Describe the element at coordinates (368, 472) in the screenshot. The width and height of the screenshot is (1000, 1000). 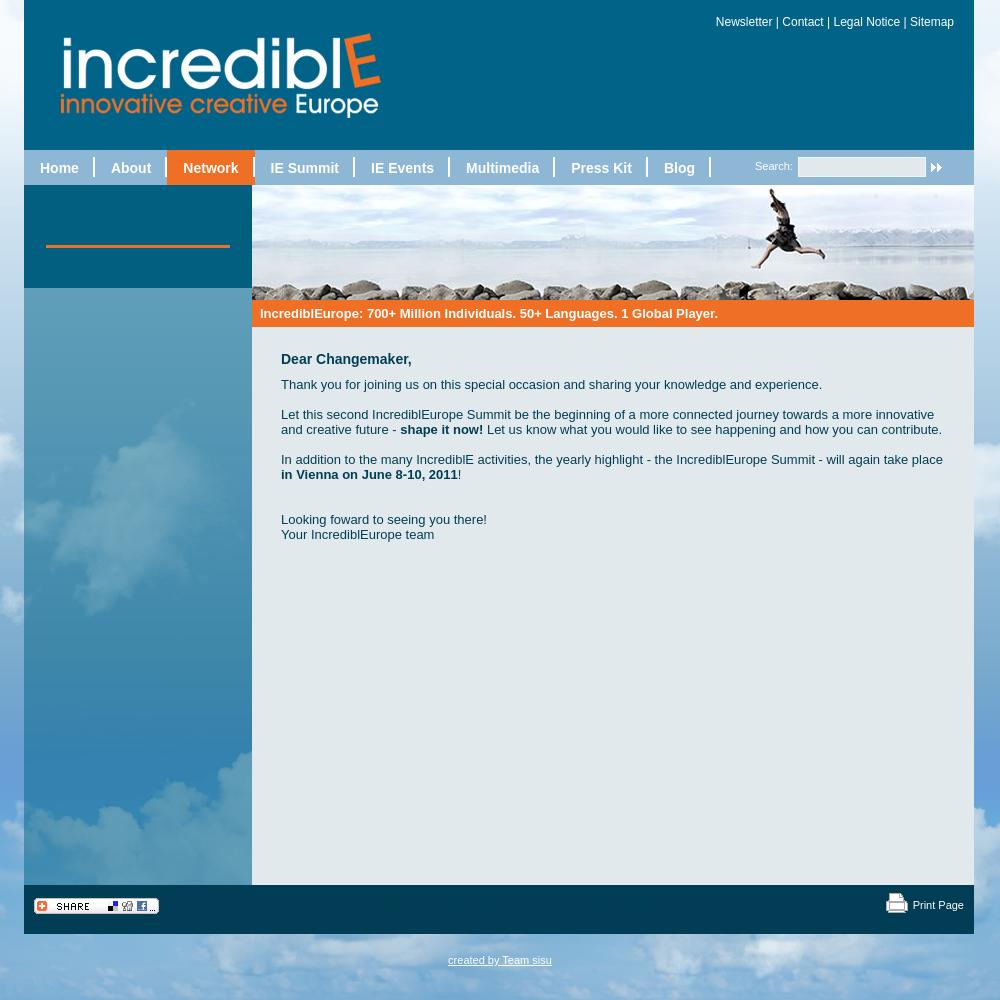
I see `'in Vienna on June 8-10, 2011'` at that location.